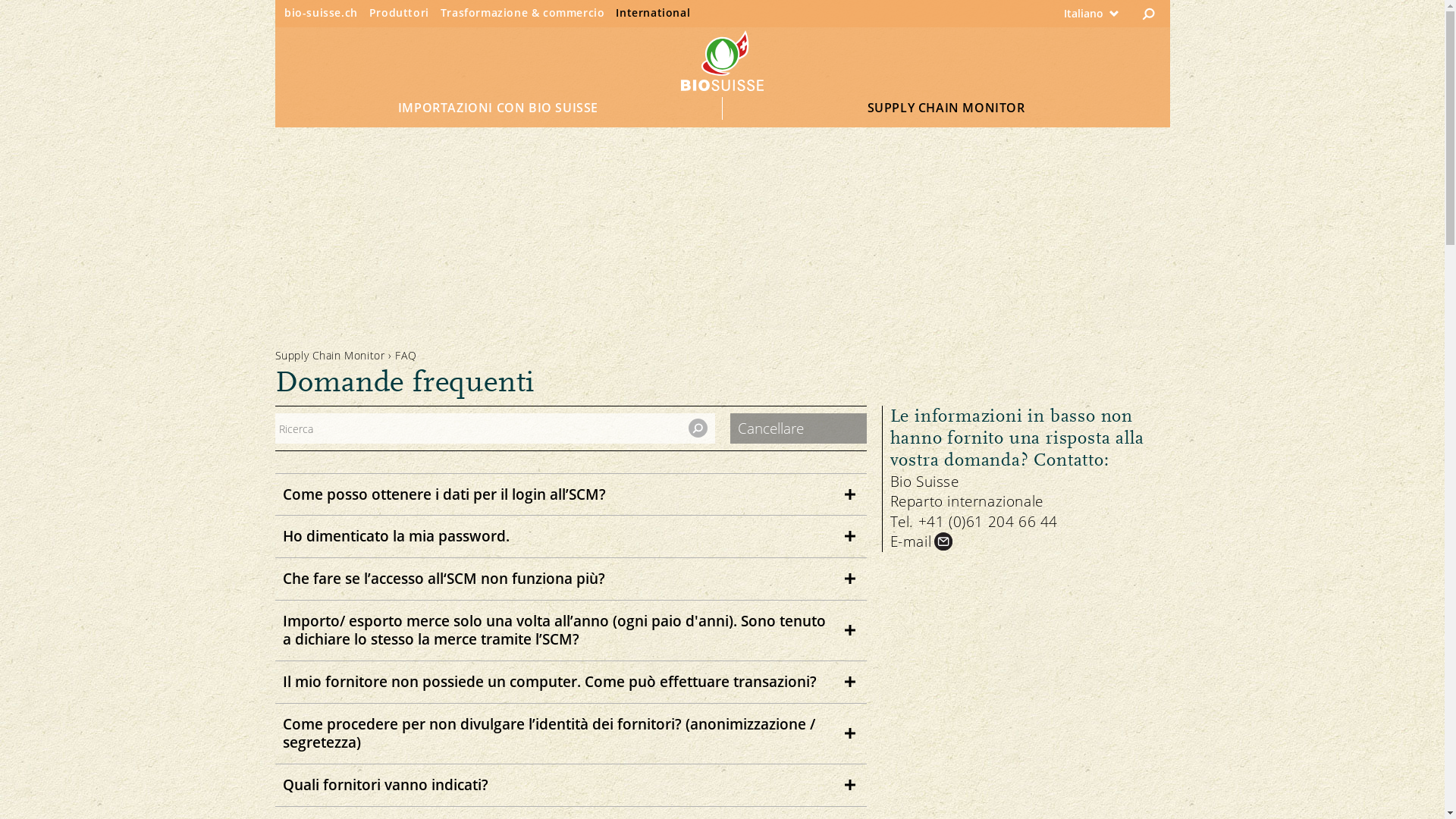 Image resolution: width=1456 pixels, height=819 pixels. I want to click on 'IMPORTAZIONI CON BIO SUISSE', so click(498, 107).